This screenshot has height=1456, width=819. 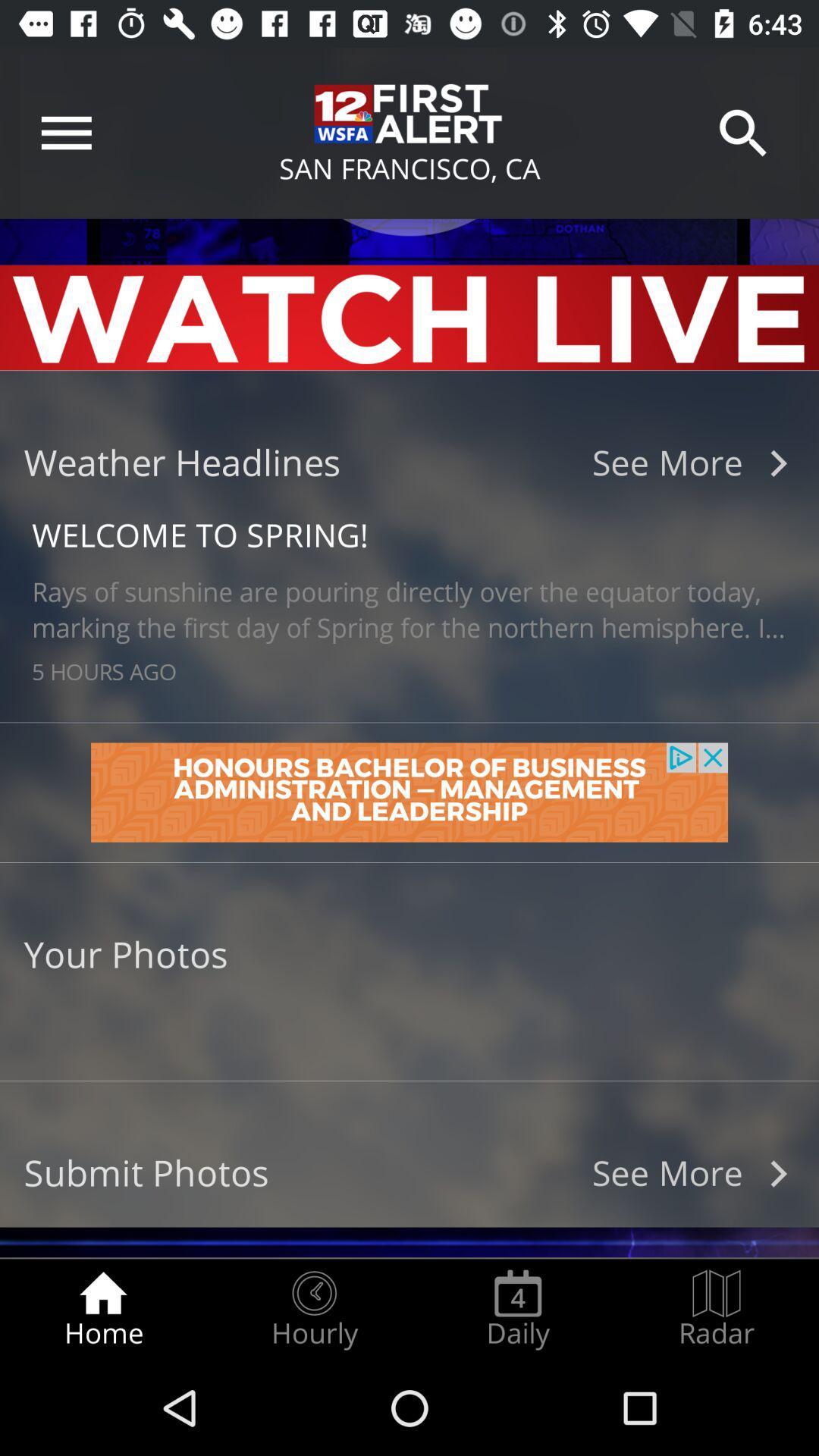 What do you see at coordinates (717, 1309) in the screenshot?
I see `icon to the right of daily item` at bounding box center [717, 1309].